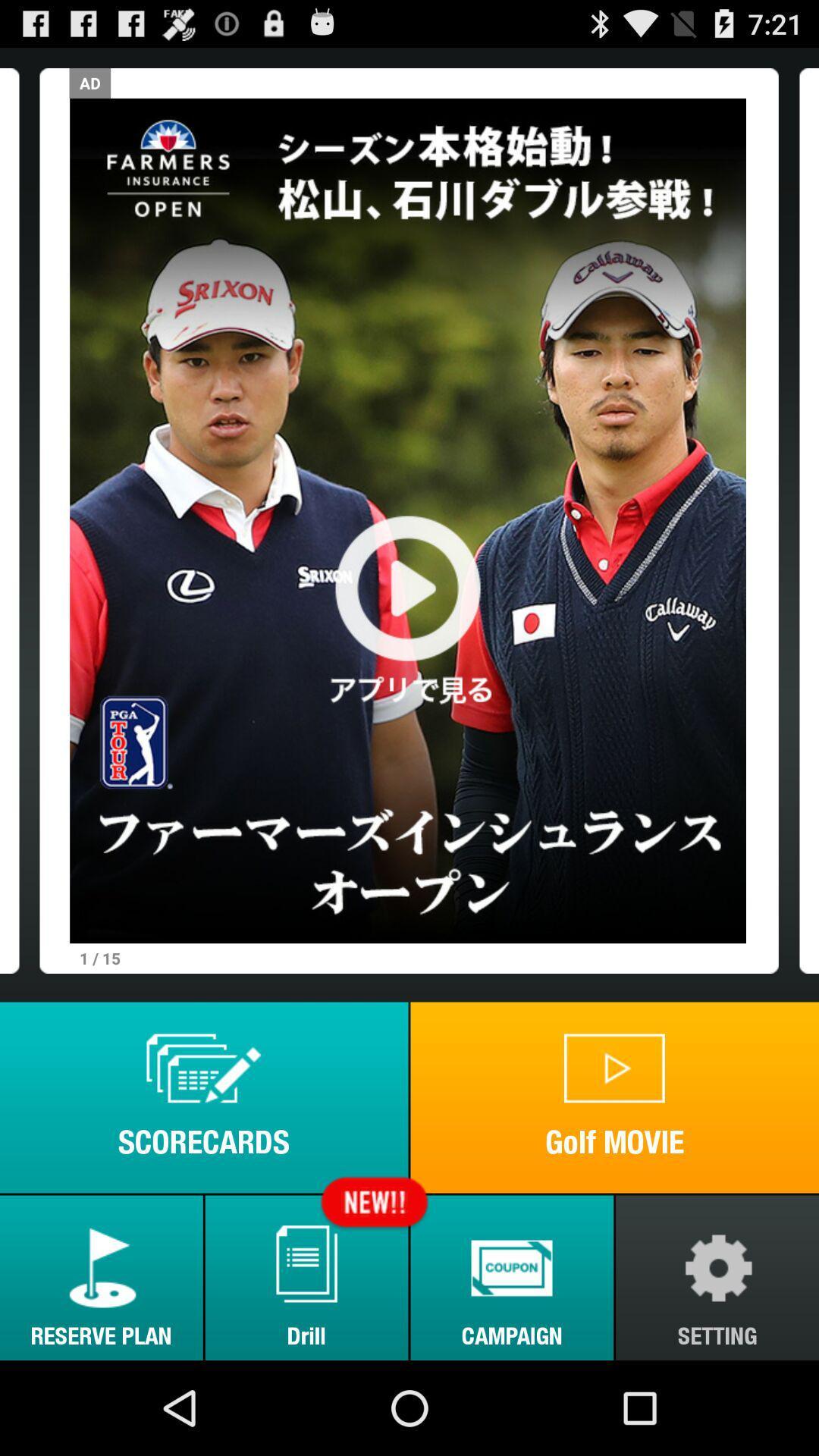  Describe the element at coordinates (407, 520) in the screenshot. I see `plat button` at that location.